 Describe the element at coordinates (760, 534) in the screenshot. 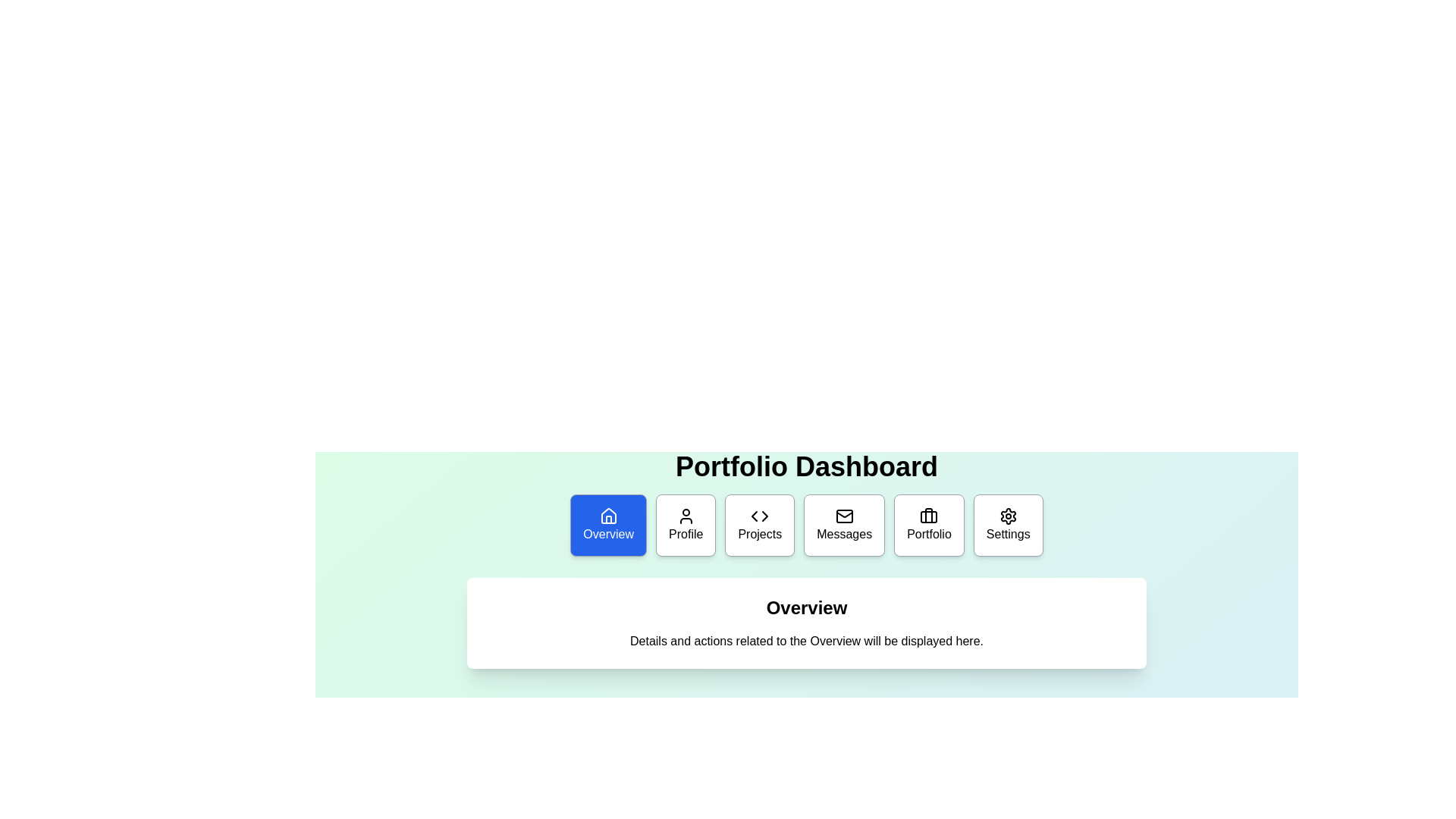

I see `the 'Projects' button in the menu` at that location.